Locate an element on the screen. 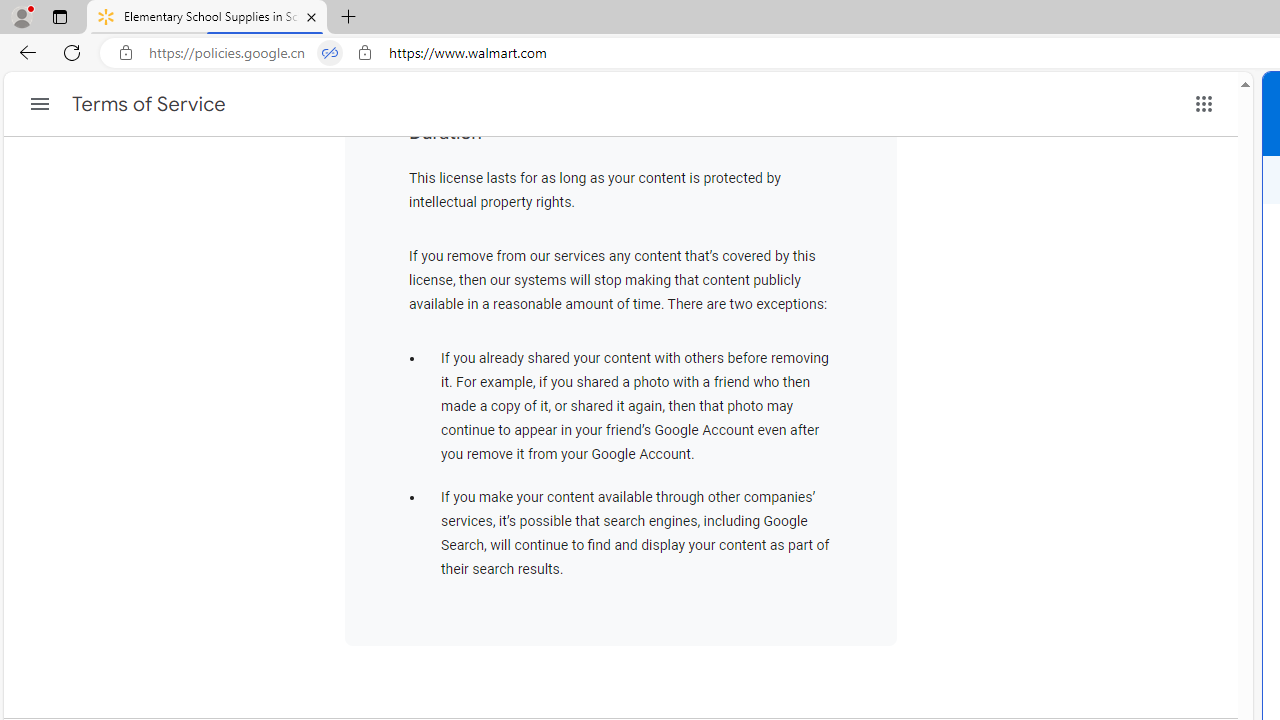  'Close tab' is located at coordinates (310, 17).